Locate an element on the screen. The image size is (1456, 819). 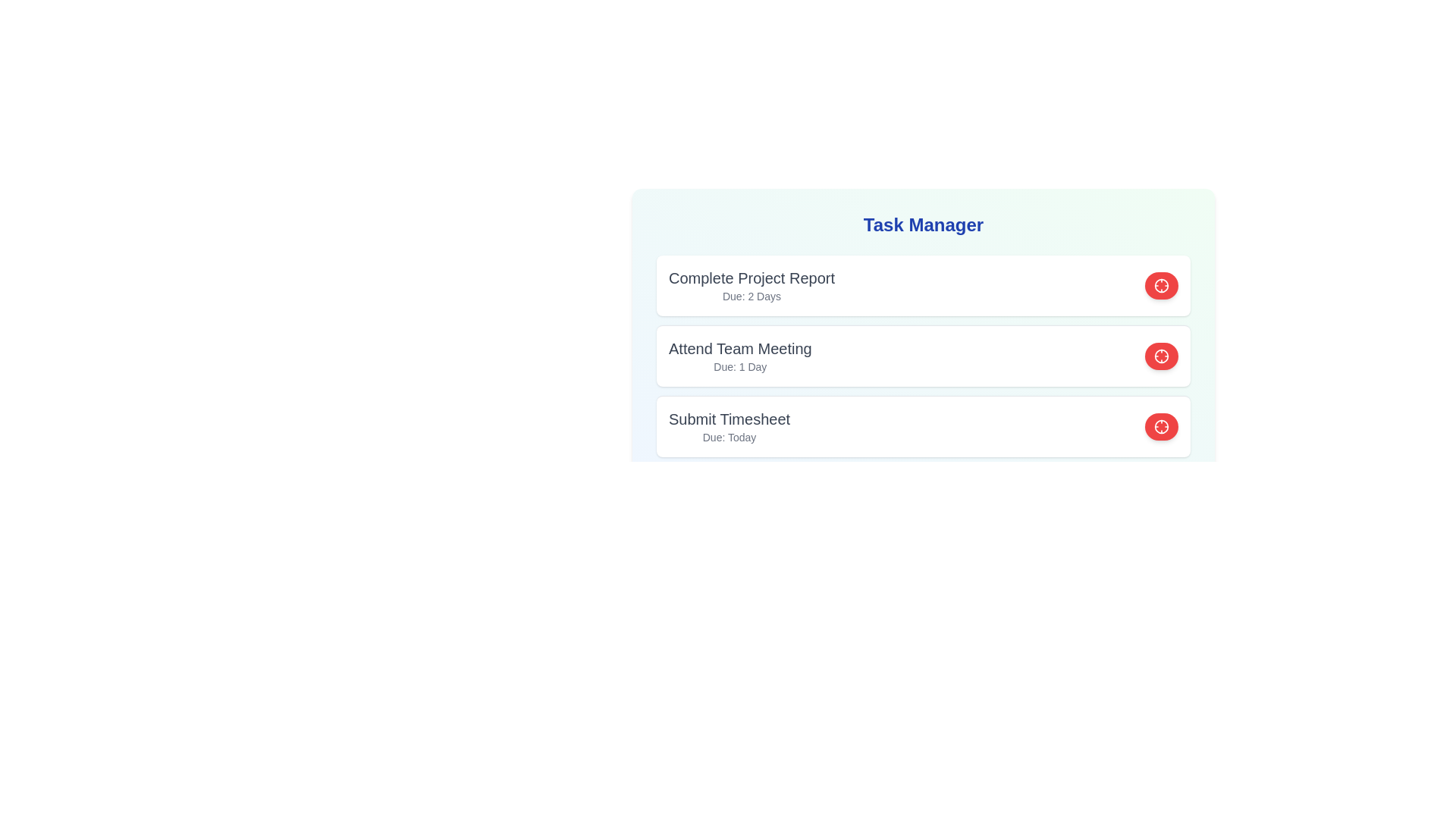
the Text Block displaying the title and due date of a task, which is the second item in a vertically arranged list of task entries is located at coordinates (740, 356).